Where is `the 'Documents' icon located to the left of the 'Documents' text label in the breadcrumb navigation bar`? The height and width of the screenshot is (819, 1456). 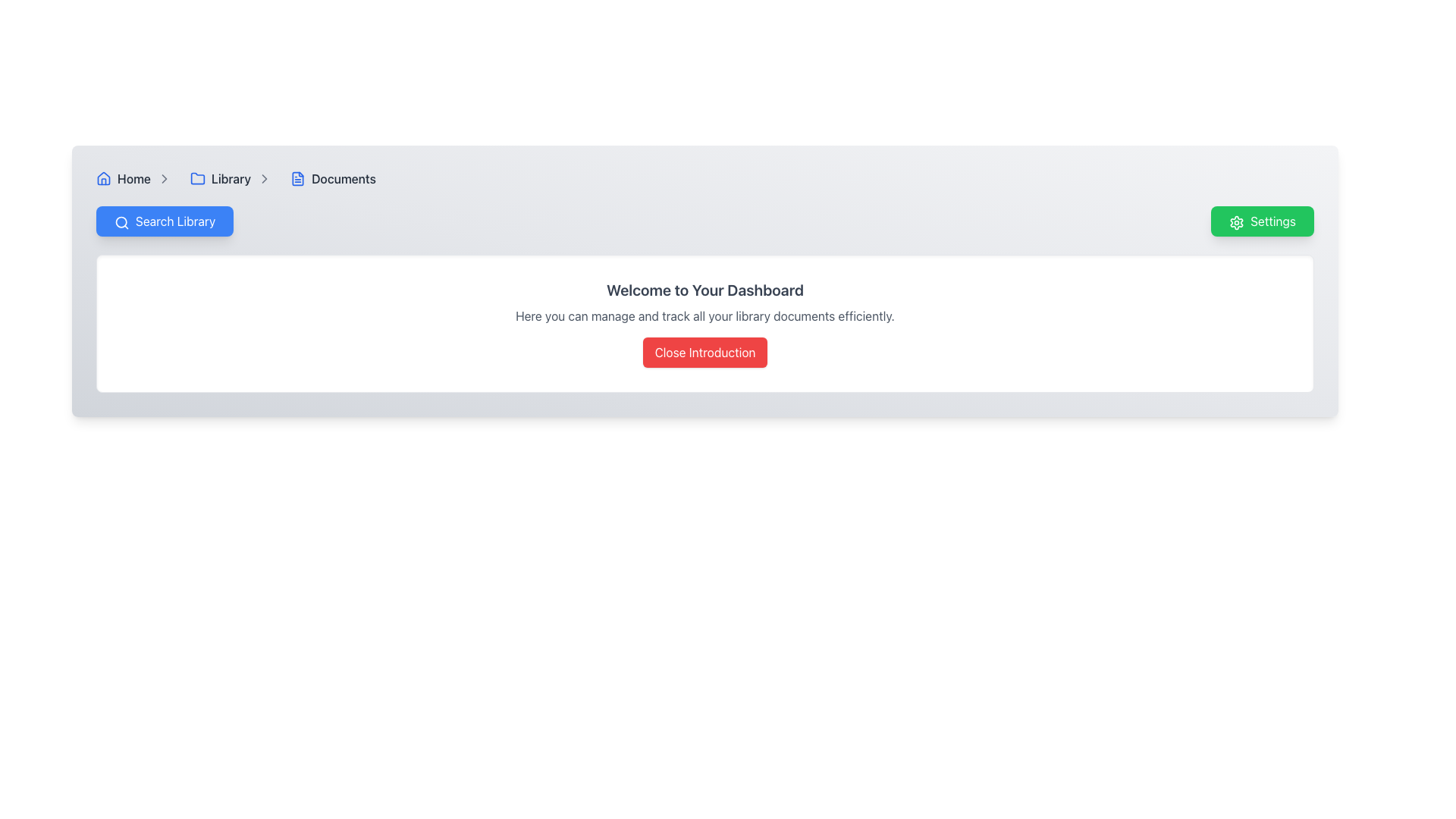
the 'Documents' icon located to the left of the 'Documents' text label in the breadcrumb navigation bar is located at coordinates (298, 177).